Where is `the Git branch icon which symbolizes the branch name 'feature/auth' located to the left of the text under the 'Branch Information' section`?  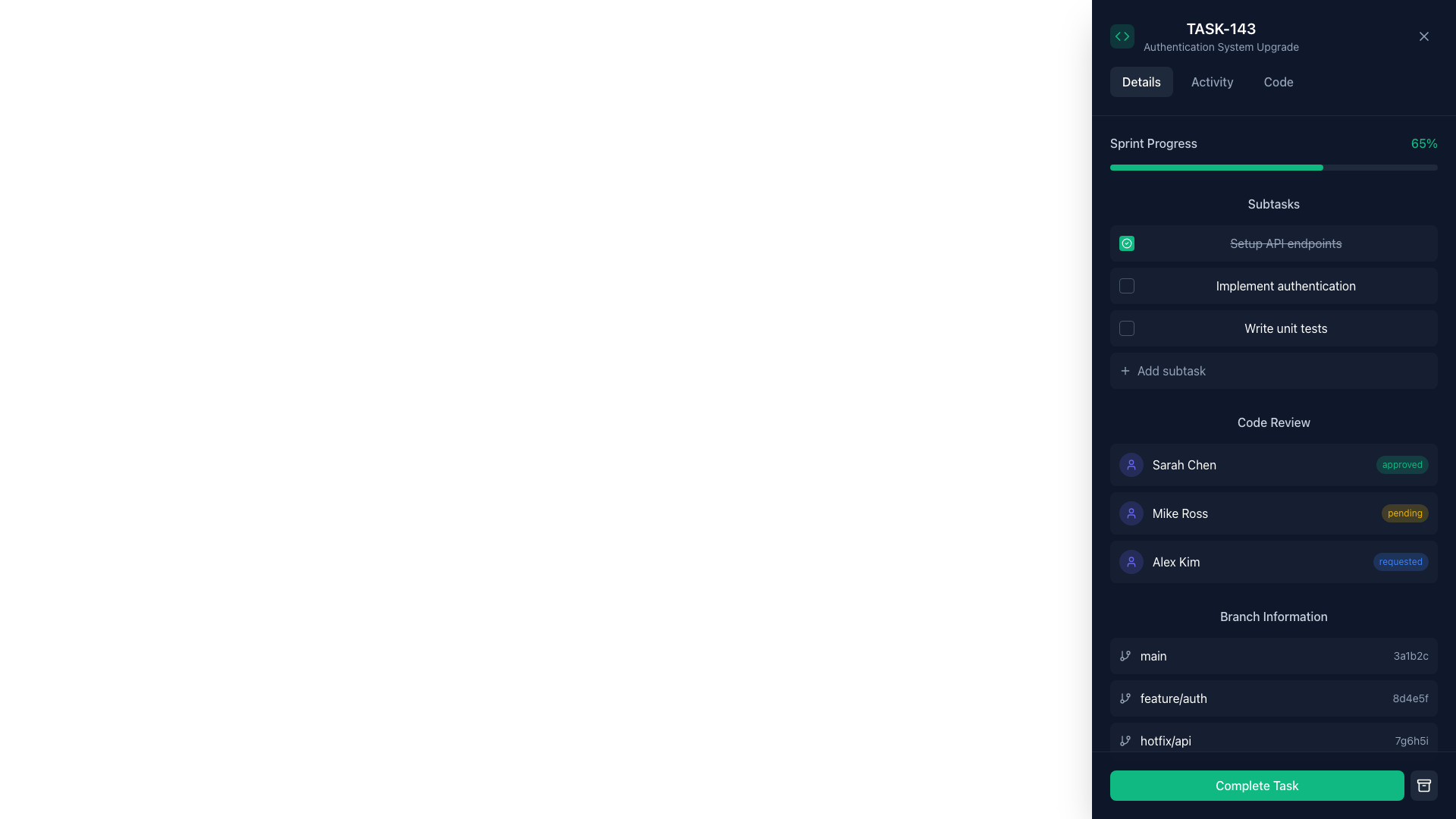
the Git branch icon which symbolizes the branch name 'feature/auth' located to the left of the text under the 'Branch Information' section is located at coordinates (1125, 698).